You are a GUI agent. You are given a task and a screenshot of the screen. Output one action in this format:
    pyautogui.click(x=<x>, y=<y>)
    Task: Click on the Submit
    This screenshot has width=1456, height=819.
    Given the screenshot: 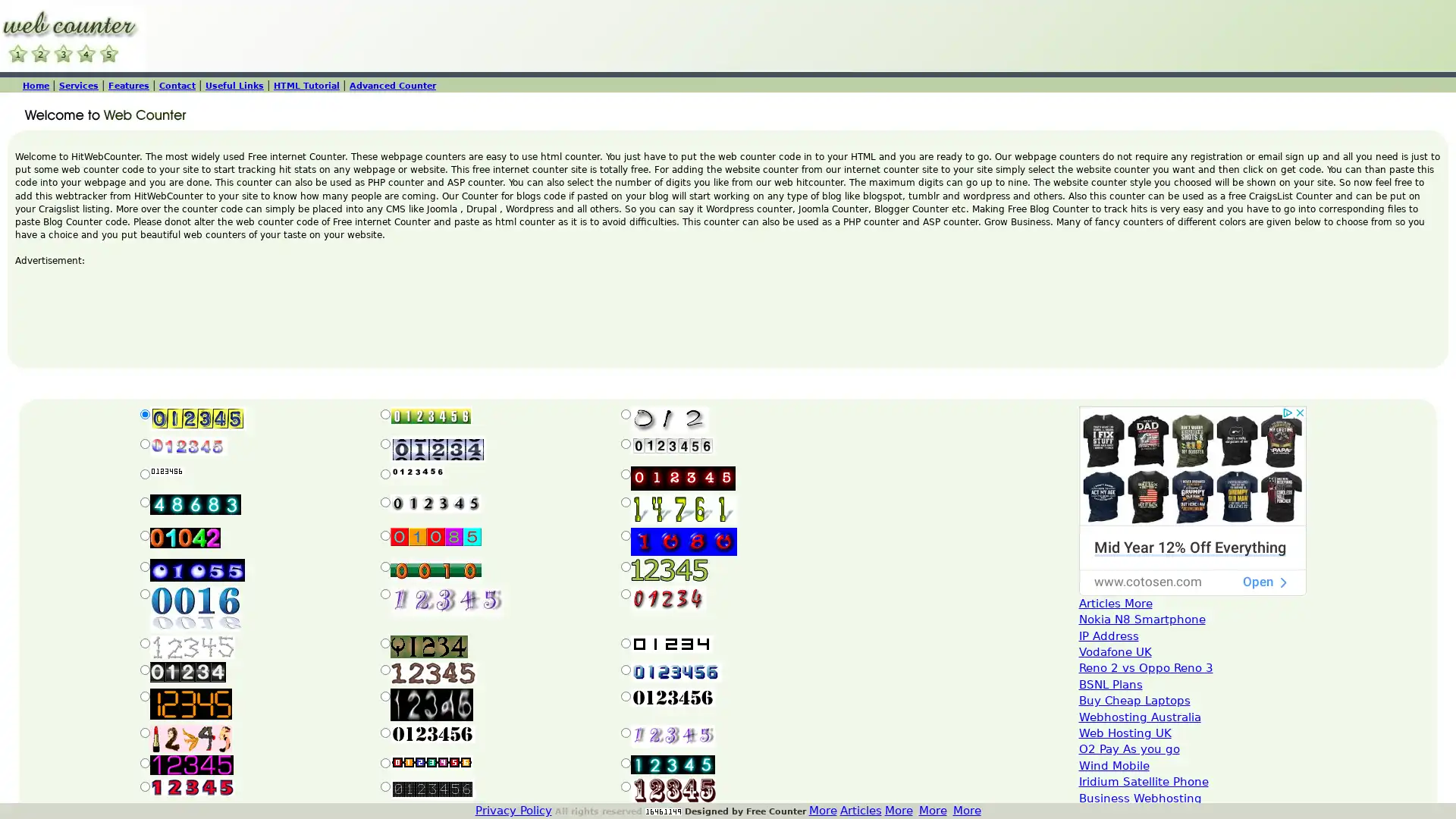 What is the action you would take?
    pyautogui.click(x=197, y=418)
    